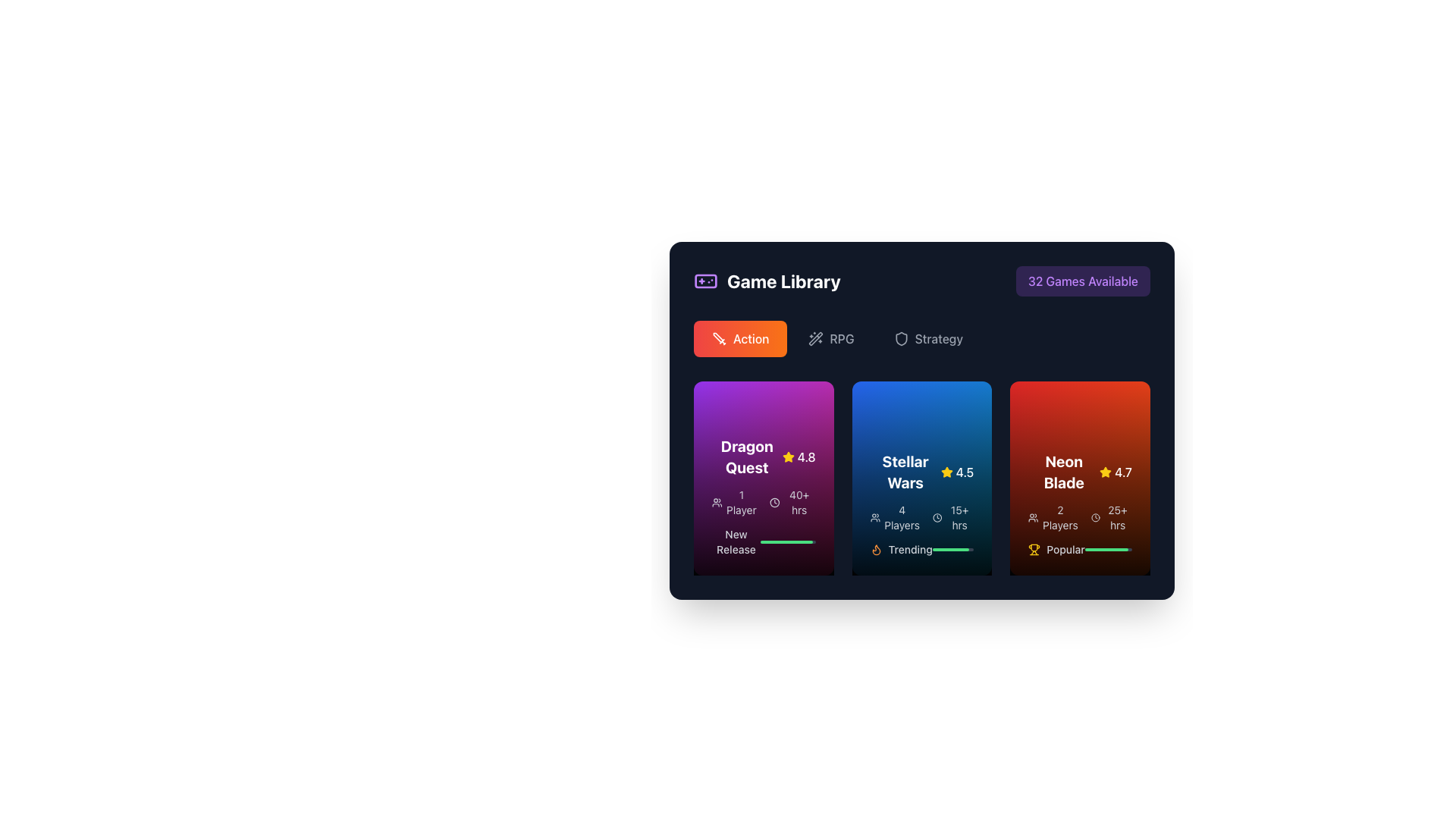  I want to click on the progress bar located at the bottom of the 'Stellar Wars' card, below the 'Trending' text and adjacent to the flame icon, so click(952, 550).